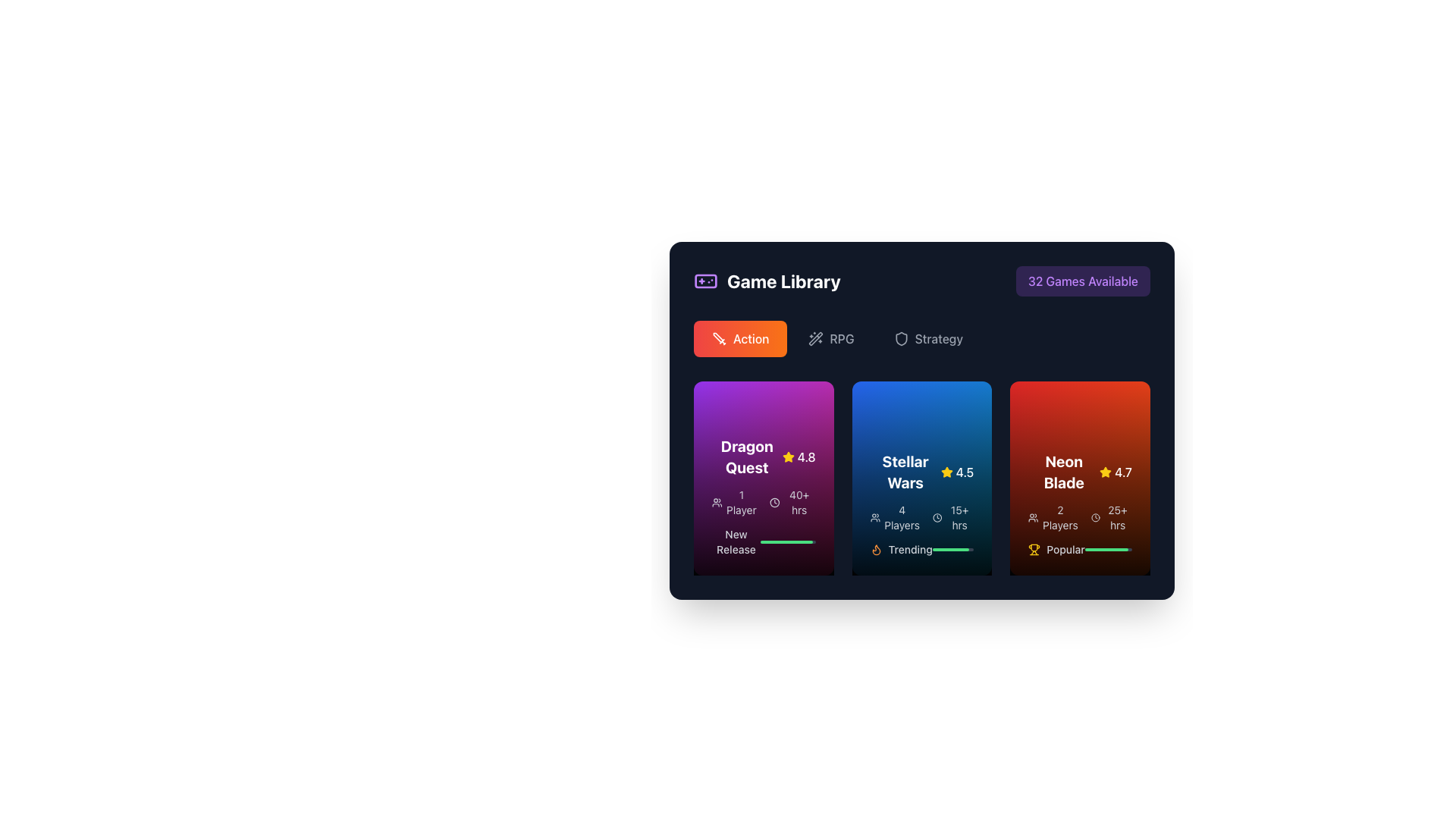  I want to click on the progress bar located at the bottom of the 'Stellar Wars' card, below the 'Trending' text and adjacent to the flame icon, so click(952, 550).